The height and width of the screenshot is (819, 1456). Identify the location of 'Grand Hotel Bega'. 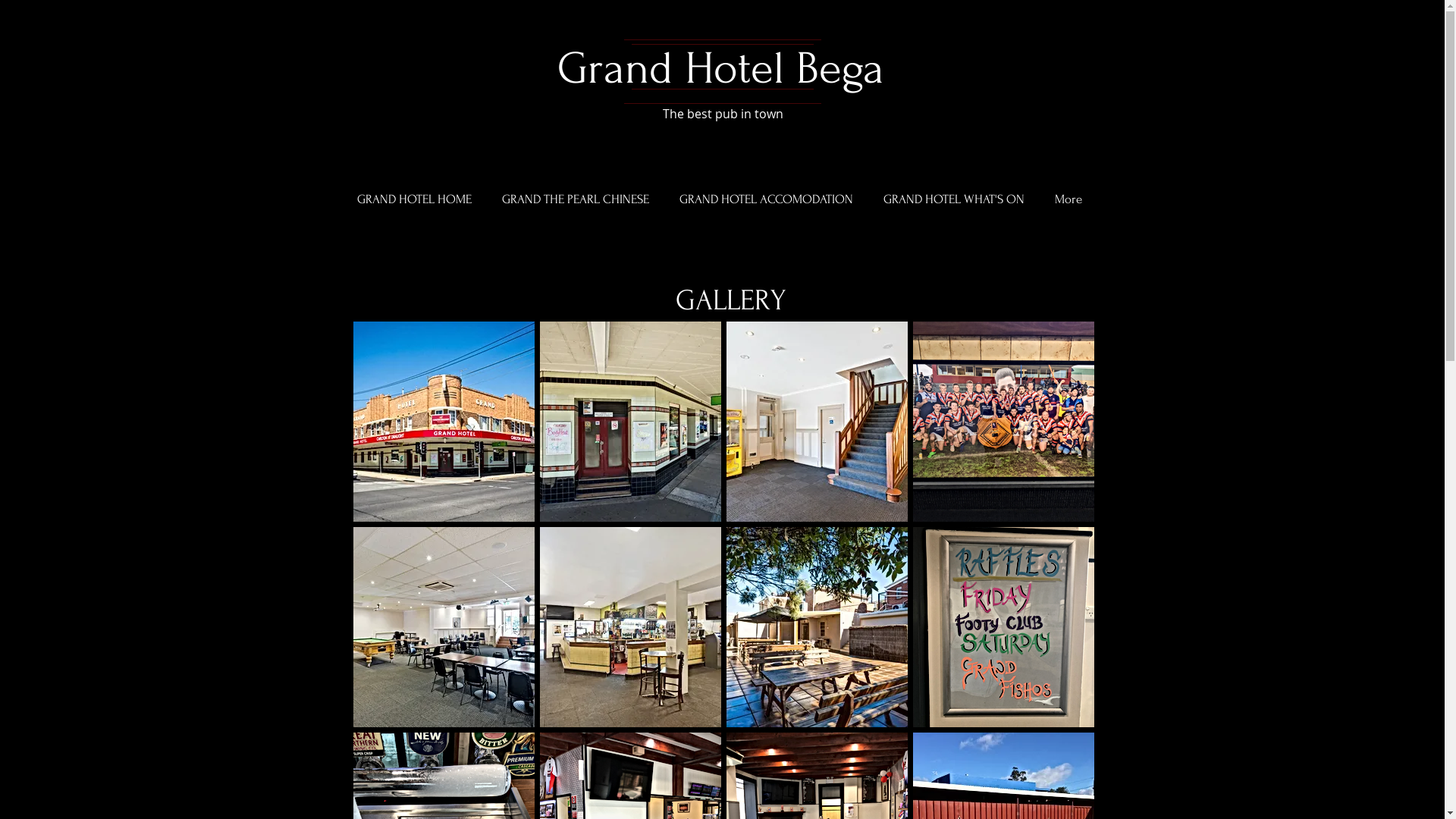
(719, 68).